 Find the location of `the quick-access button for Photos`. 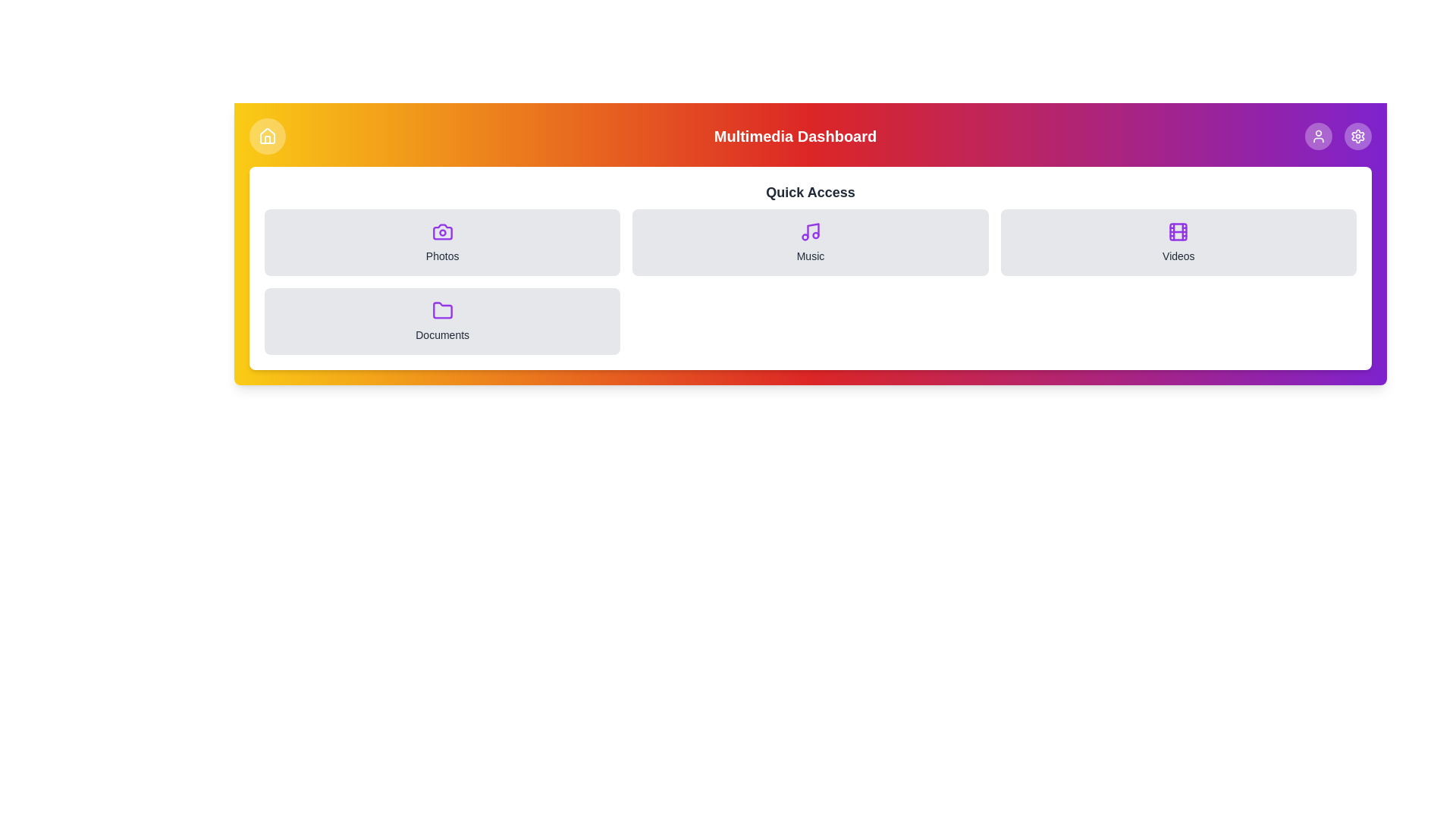

the quick-access button for Photos is located at coordinates (441, 242).